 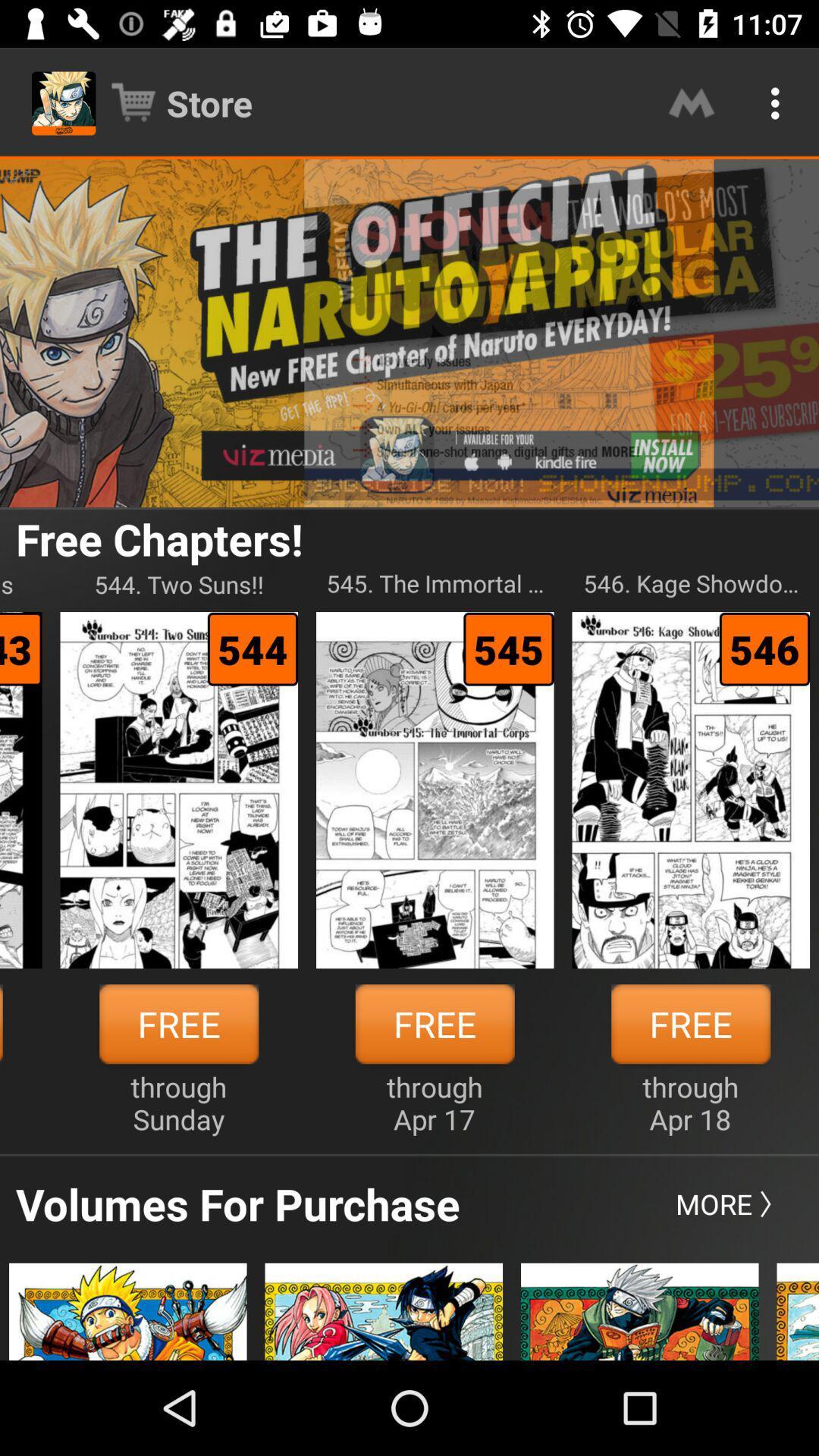 What do you see at coordinates (691, 583) in the screenshot?
I see `546. kage showdown!! icon` at bounding box center [691, 583].